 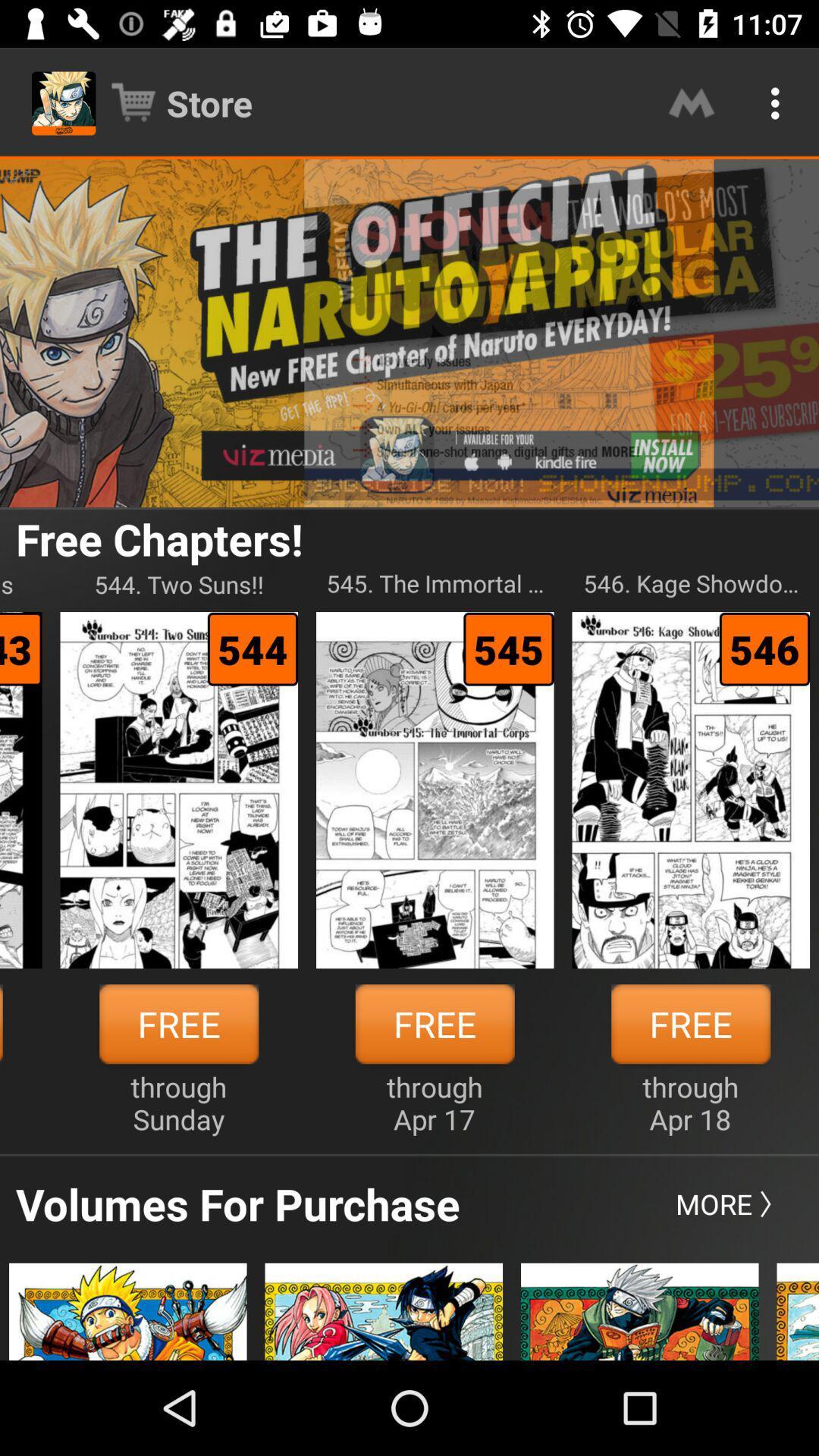 What do you see at coordinates (691, 583) in the screenshot?
I see `546. kage showdown!! icon` at bounding box center [691, 583].